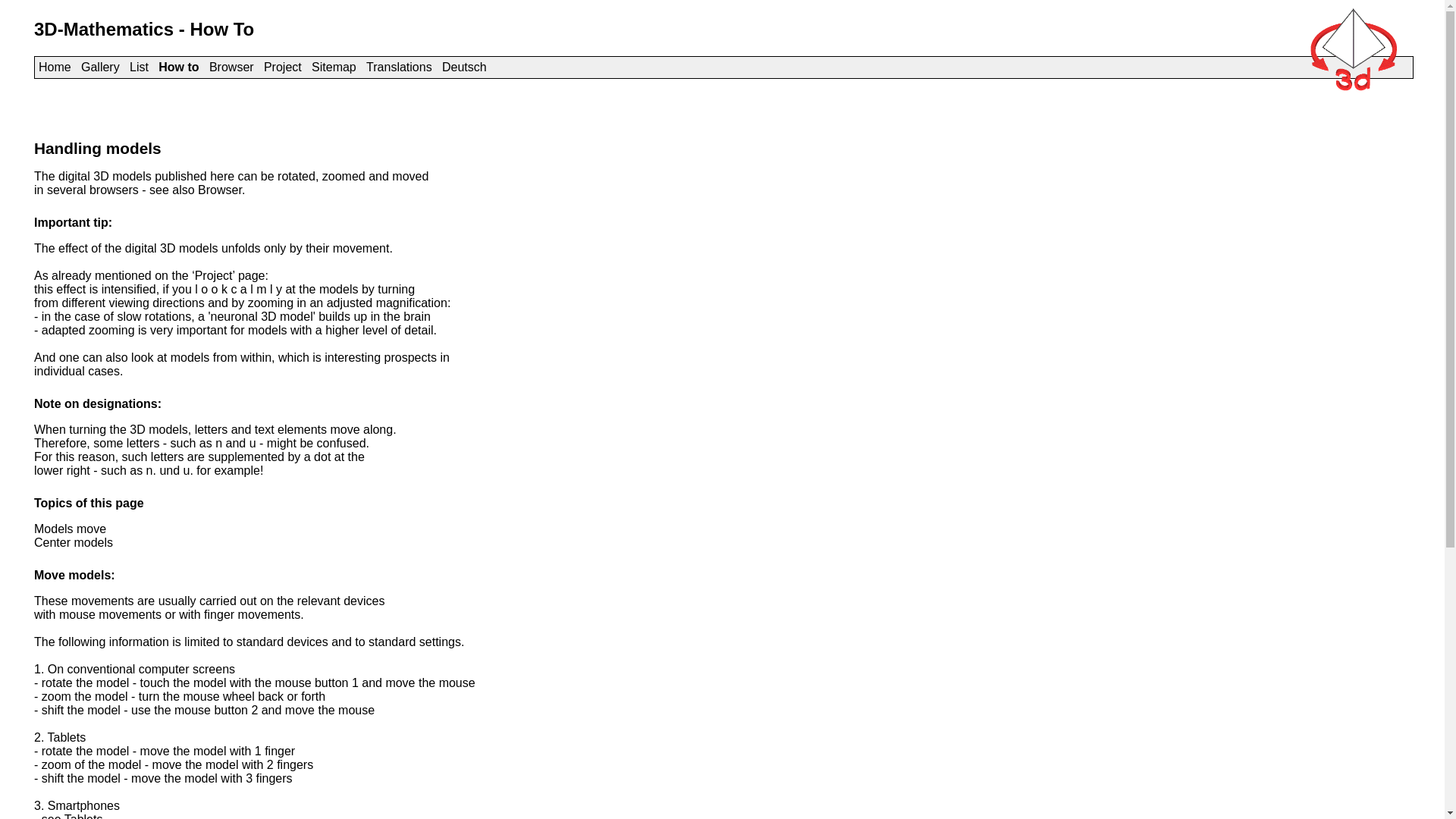 The height and width of the screenshot is (819, 1456). I want to click on 'List', so click(139, 66).